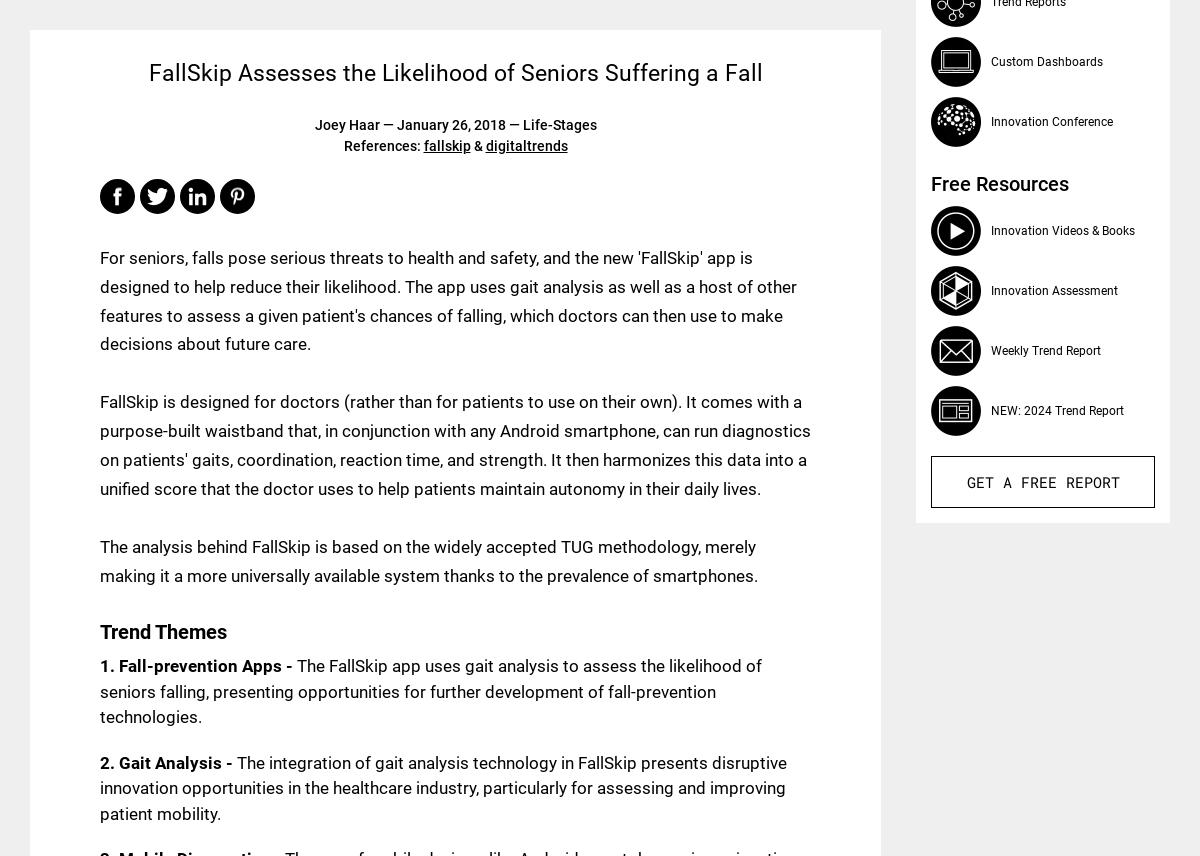  I want to click on 'FallSkip is designed for doctors (rather than for patients to use on their own). It comes with a purpose-built waistband that, in conjunction with any Android smartphone, can run diagnostics on patients' gaits, coordination, reaction time, and strength. It then harmonizes this data into a unified score that the doctor uses to help patients maintain autonomy in their daily lives.', so click(454, 445).